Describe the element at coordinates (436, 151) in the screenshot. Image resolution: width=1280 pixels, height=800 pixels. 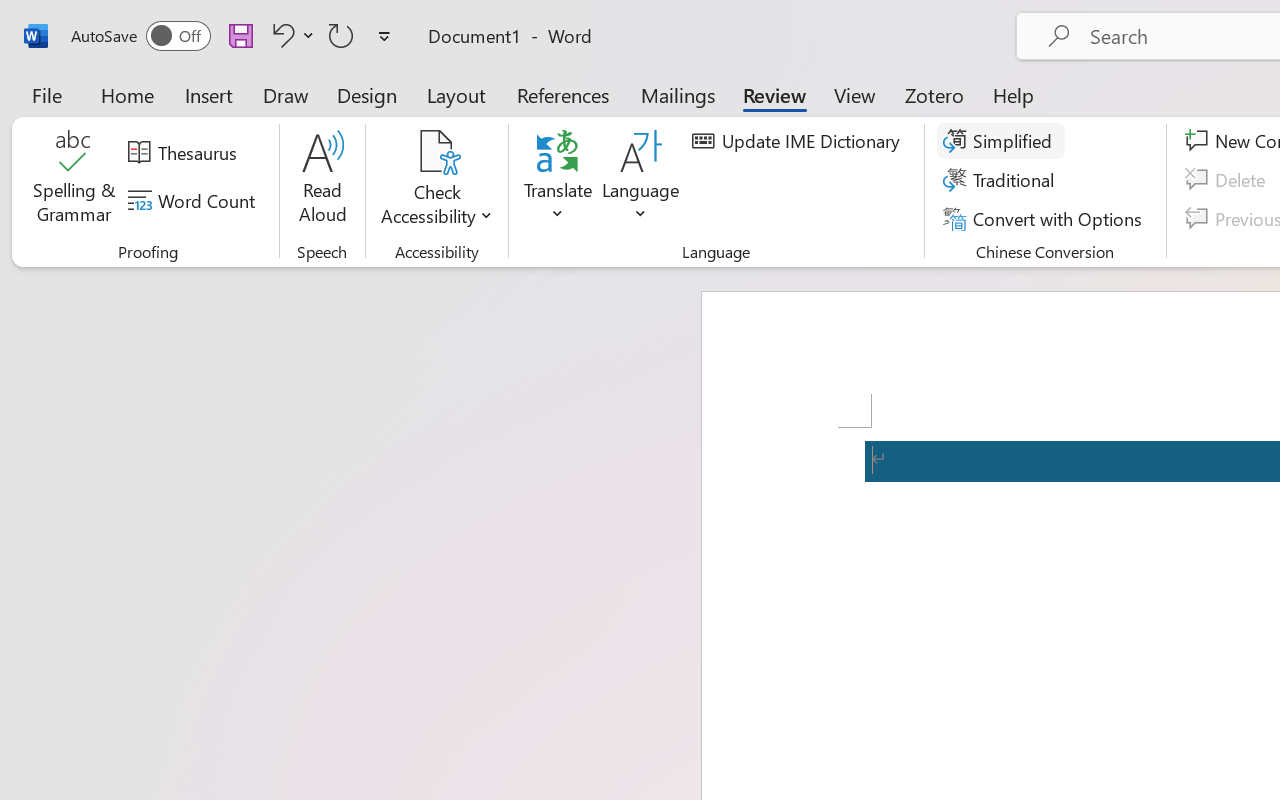
I see `'Check Accessibility'` at that location.